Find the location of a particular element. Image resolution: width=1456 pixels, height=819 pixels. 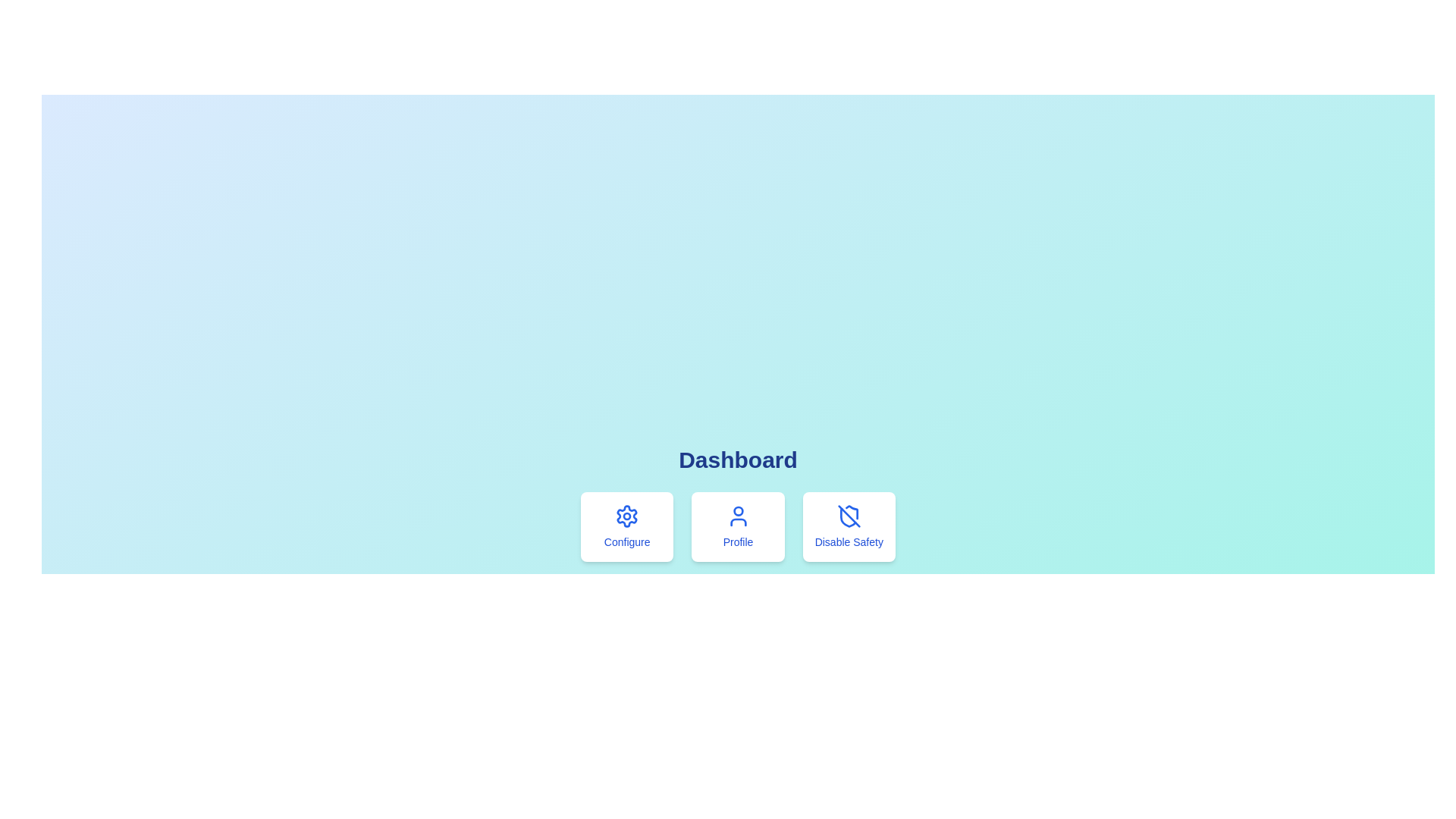

the third button in the horizontally aligned group of options is located at coordinates (848, 526).